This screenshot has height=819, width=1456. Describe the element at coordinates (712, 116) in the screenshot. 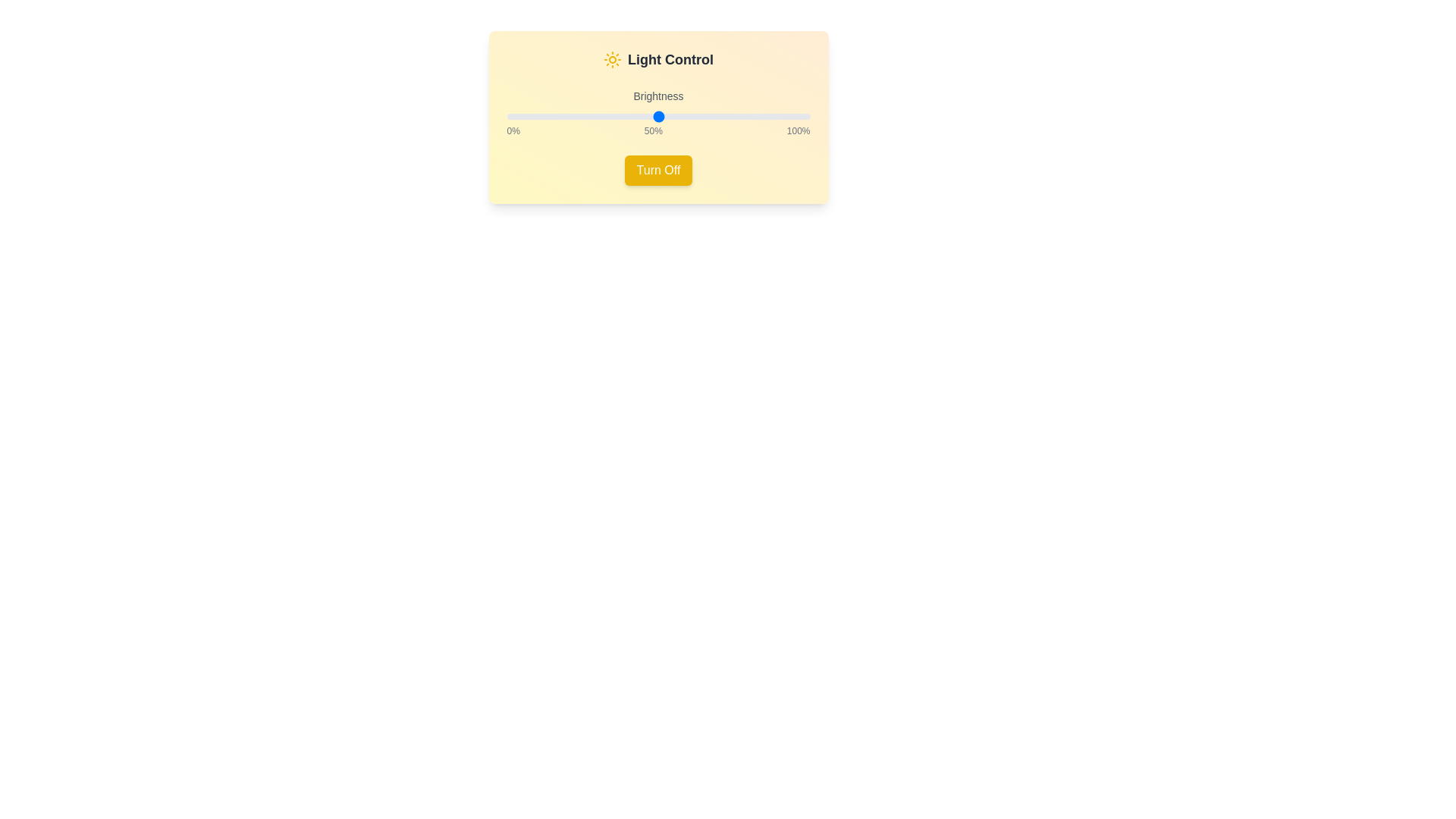

I see `the brightness level` at that location.